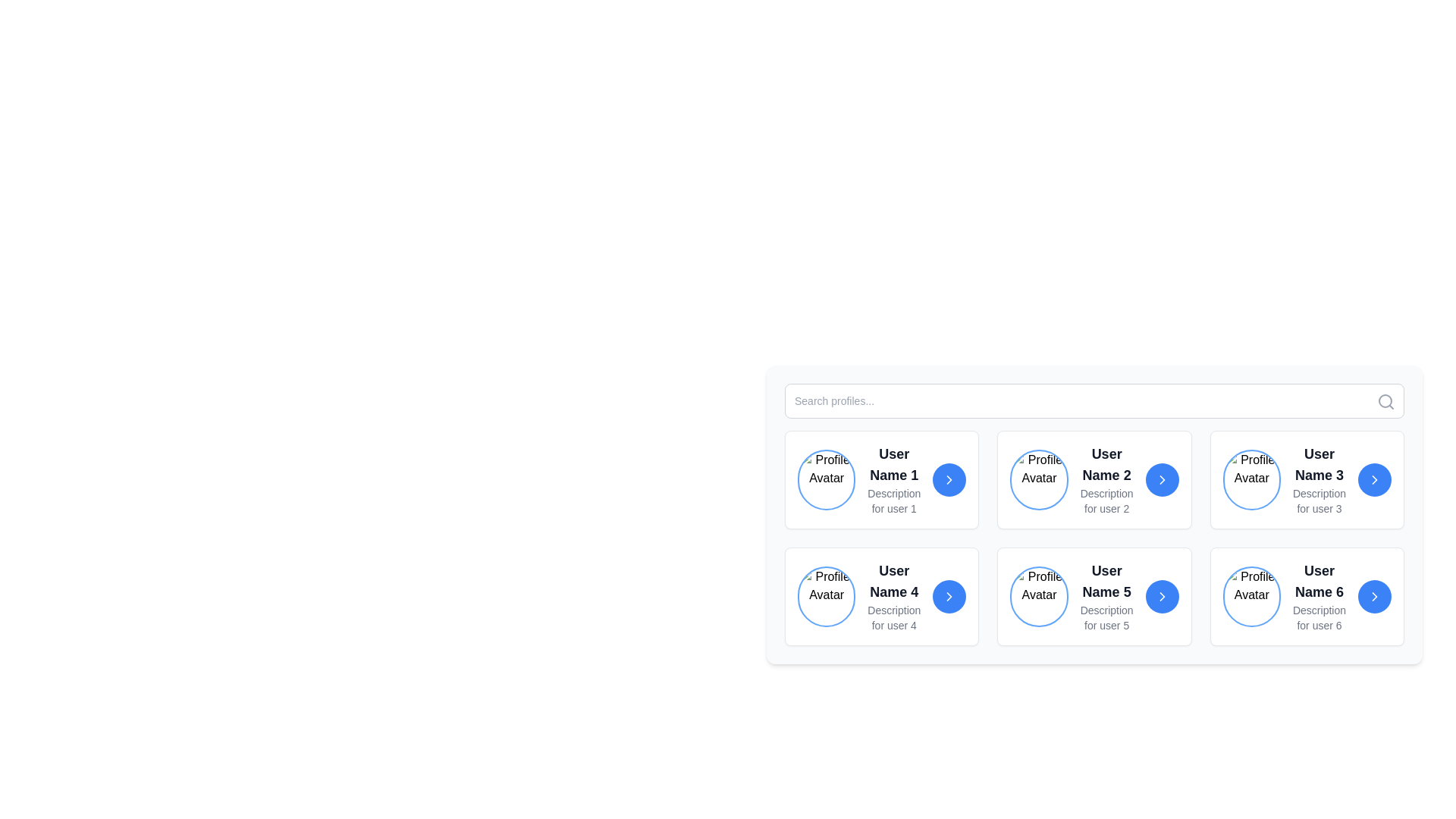 The width and height of the screenshot is (1456, 819). I want to click on the circular user profile picture image with a blue border located in the user profile card for 'User Name 5', which is the first item in the lower row of the grid layout, so click(1038, 595).